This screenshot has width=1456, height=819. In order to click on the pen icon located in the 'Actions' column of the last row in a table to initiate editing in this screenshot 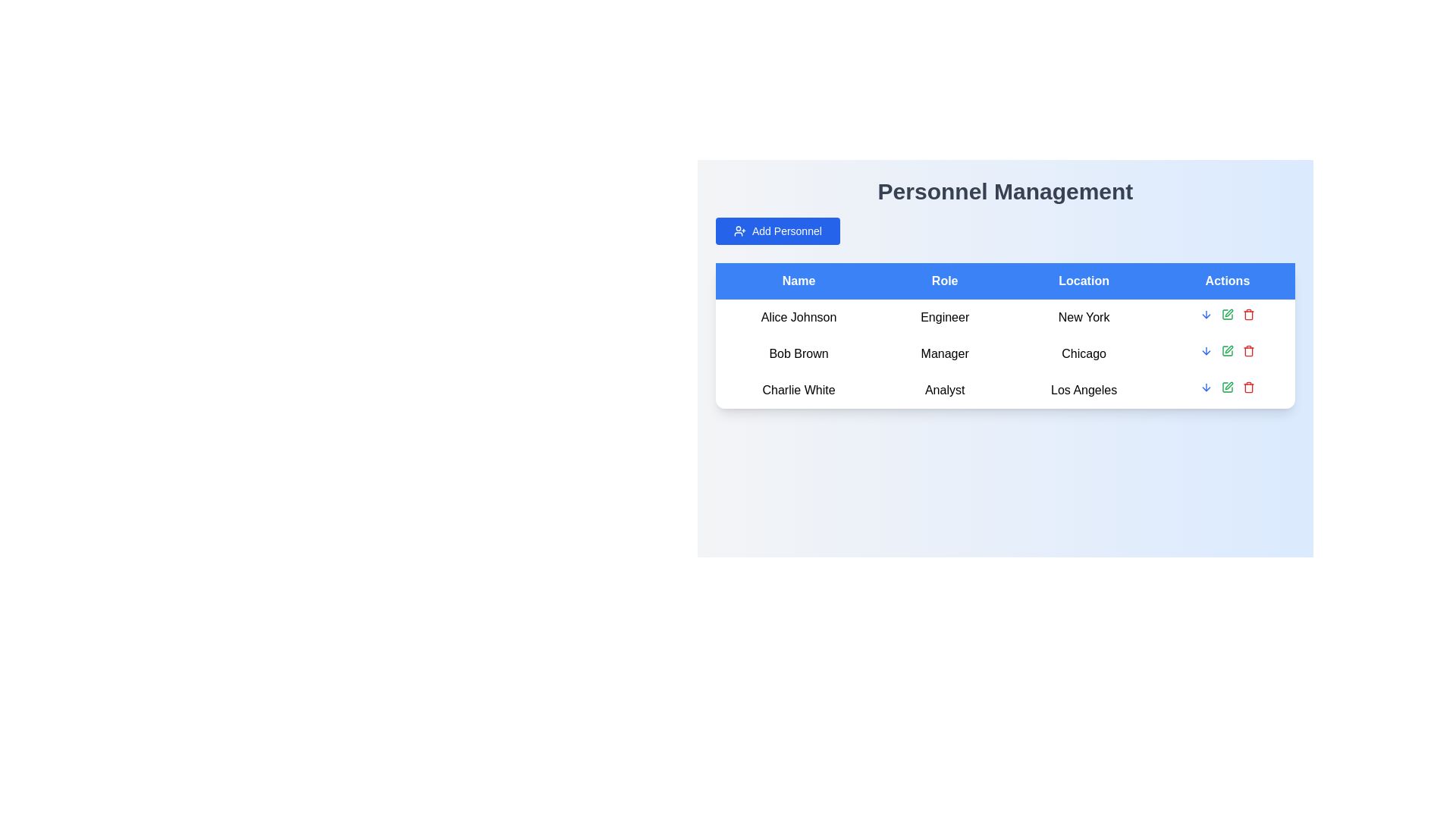, I will do `click(1228, 385)`.